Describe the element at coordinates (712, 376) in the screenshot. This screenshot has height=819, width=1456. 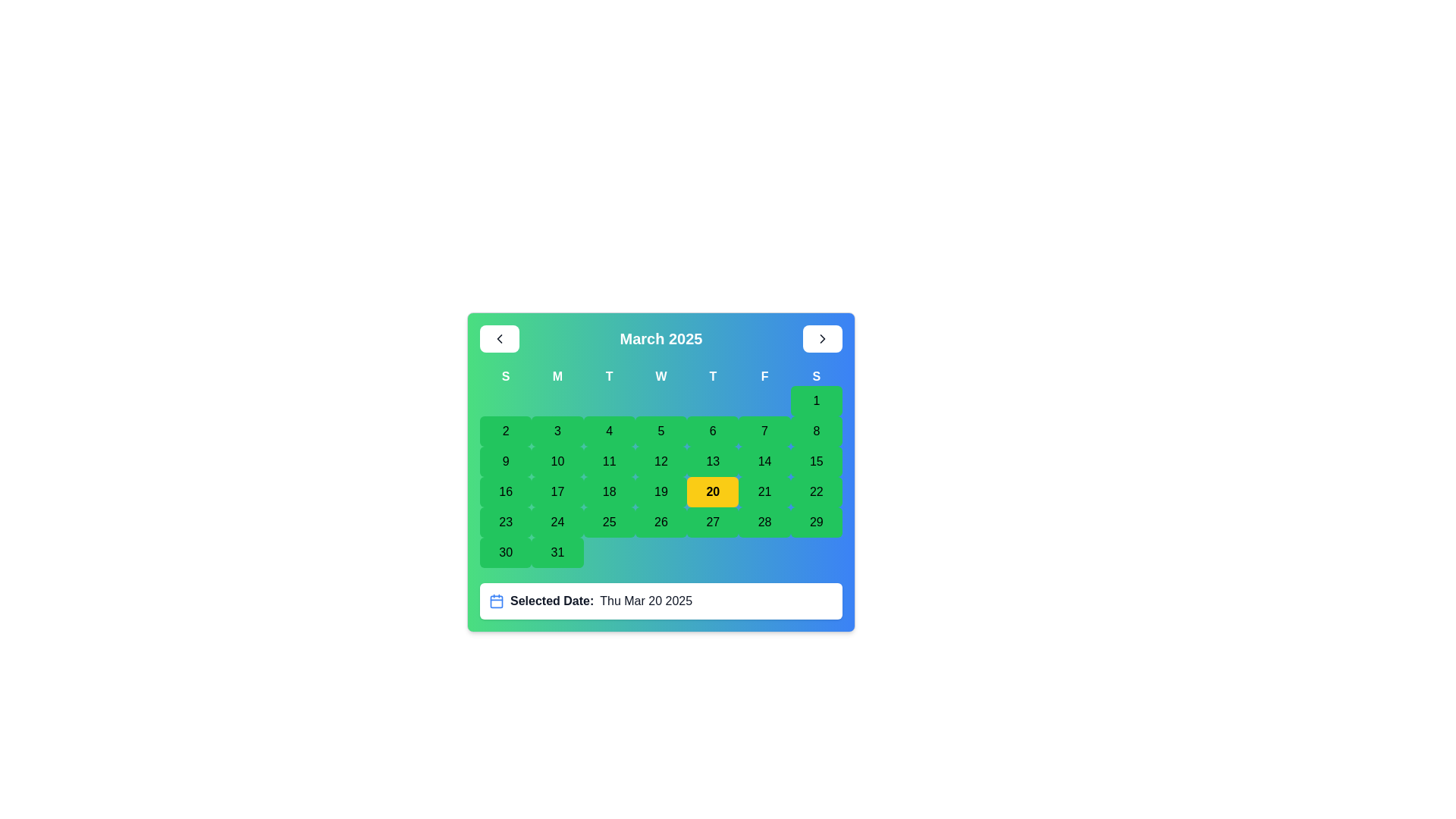
I see `the static text label displaying the letter 'T' in white color on a blue background, which is part of the days of the week header in the calendar interface` at that location.